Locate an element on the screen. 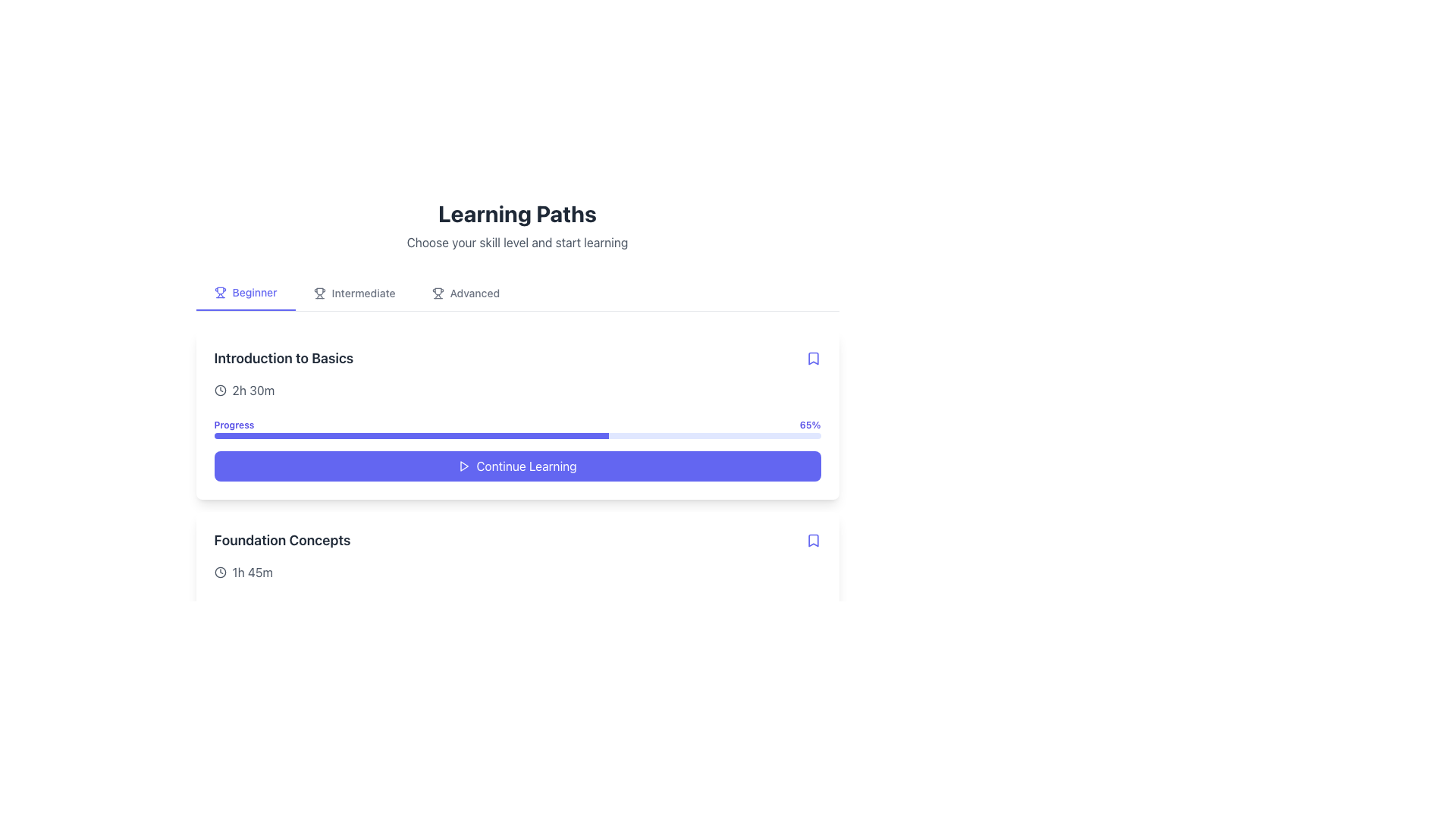 The image size is (1456, 819). the progress bar indicating '65%' completion, which is located below the 'Progress' text and to the left of the 'Continue Learning' button is located at coordinates (517, 435).